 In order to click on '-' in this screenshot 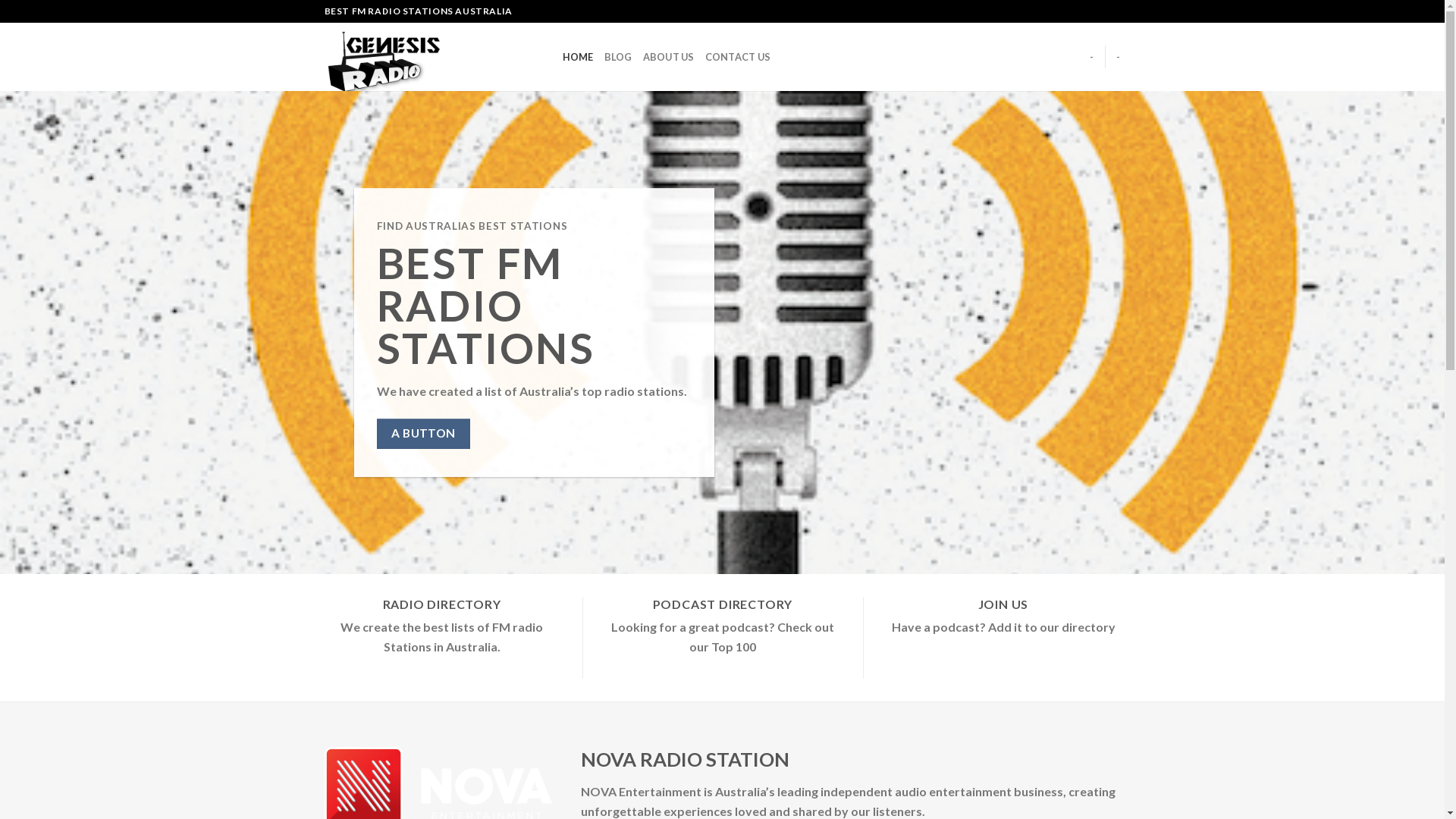, I will do `click(1118, 55)`.